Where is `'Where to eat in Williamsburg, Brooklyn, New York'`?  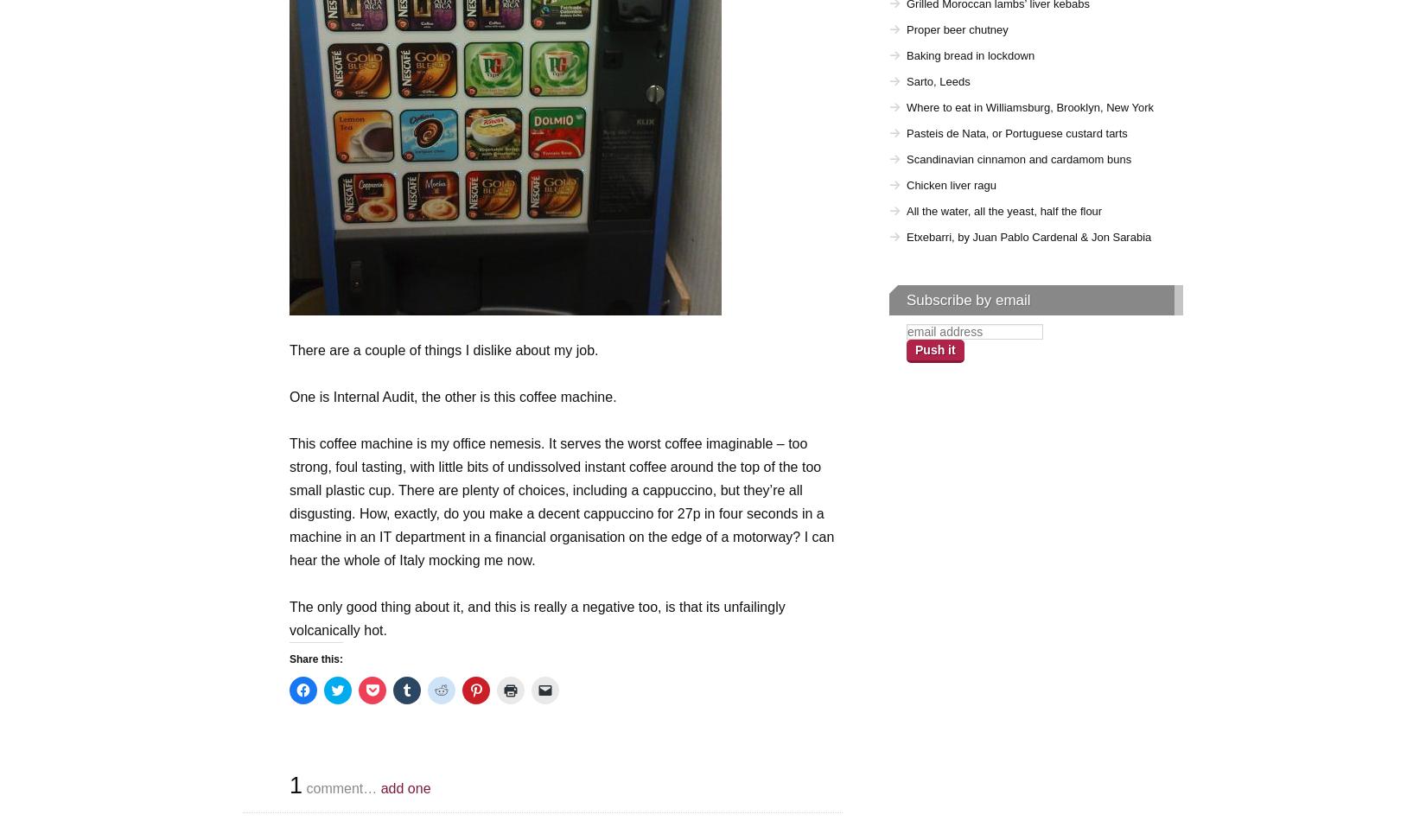 'Where to eat in Williamsburg, Brooklyn, New York' is located at coordinates (1029, 107).